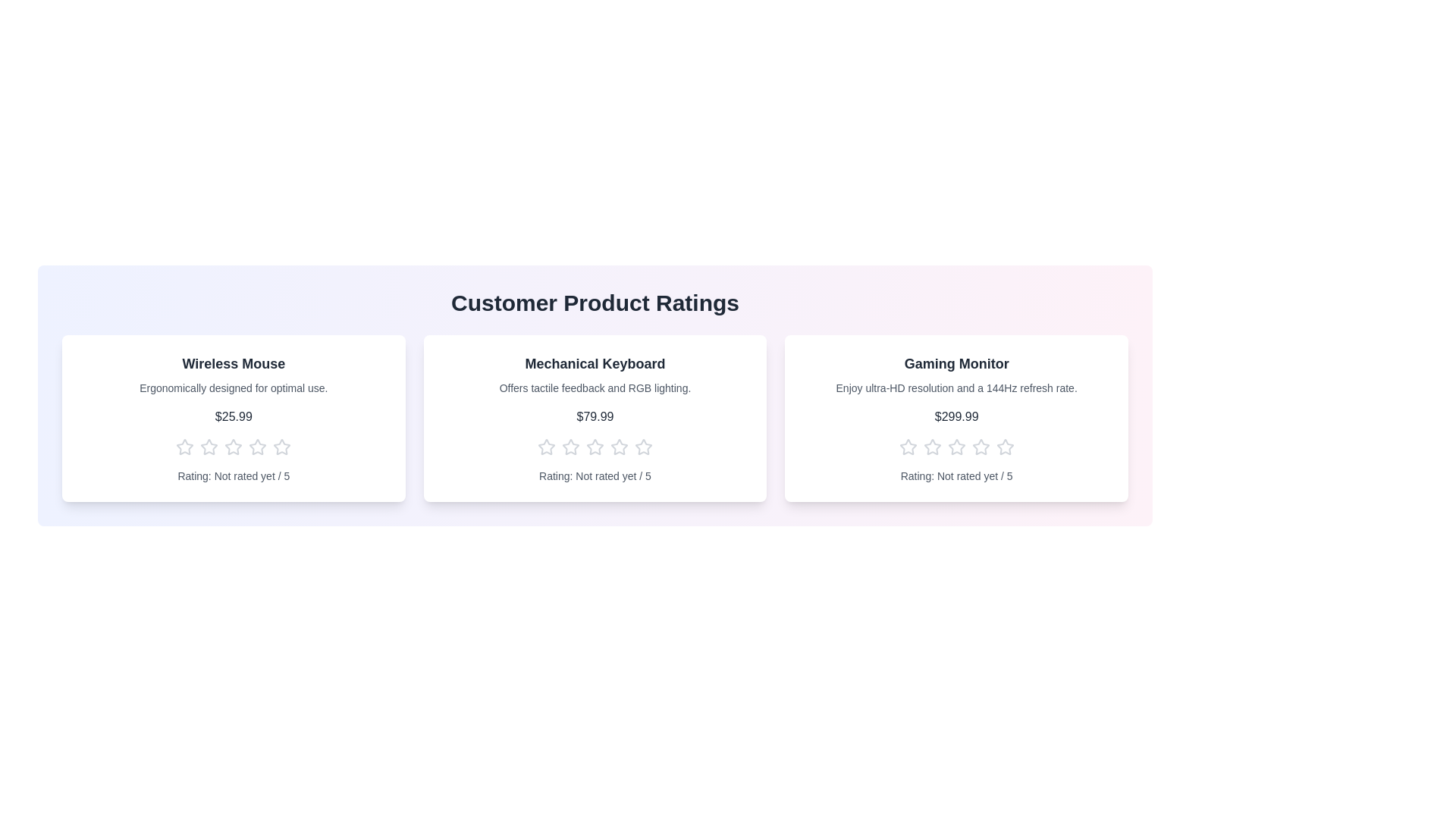 The height and width of the screenshot is (819, 1456). What do you see at coordinates (1004, 447) in the screenshot?
I see `the star corresponding to the rating 5 for the product Gaming Monitor` at bounding box center [1004, 447].